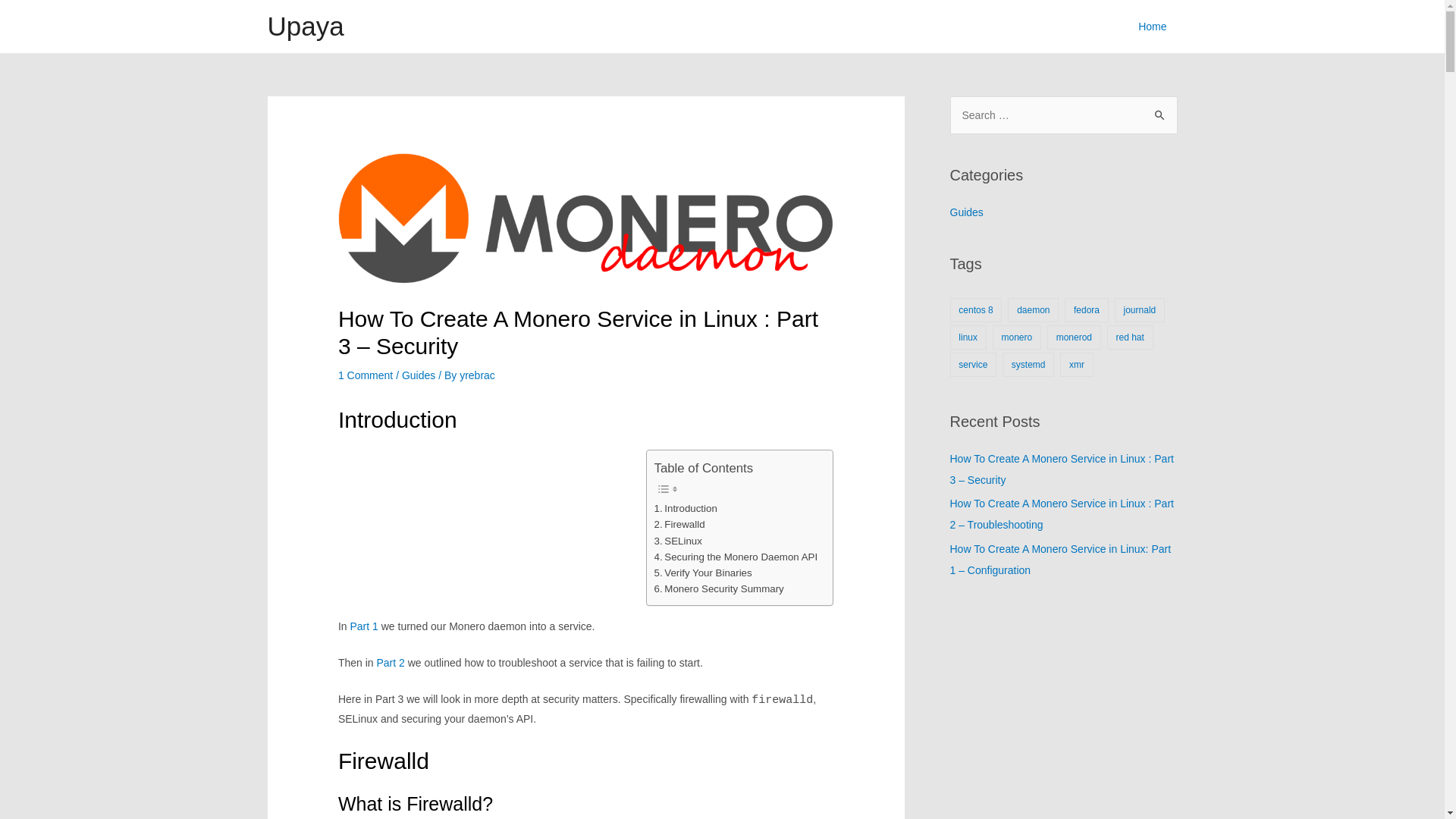  I want to click on 'Home', so click(1152, 26).